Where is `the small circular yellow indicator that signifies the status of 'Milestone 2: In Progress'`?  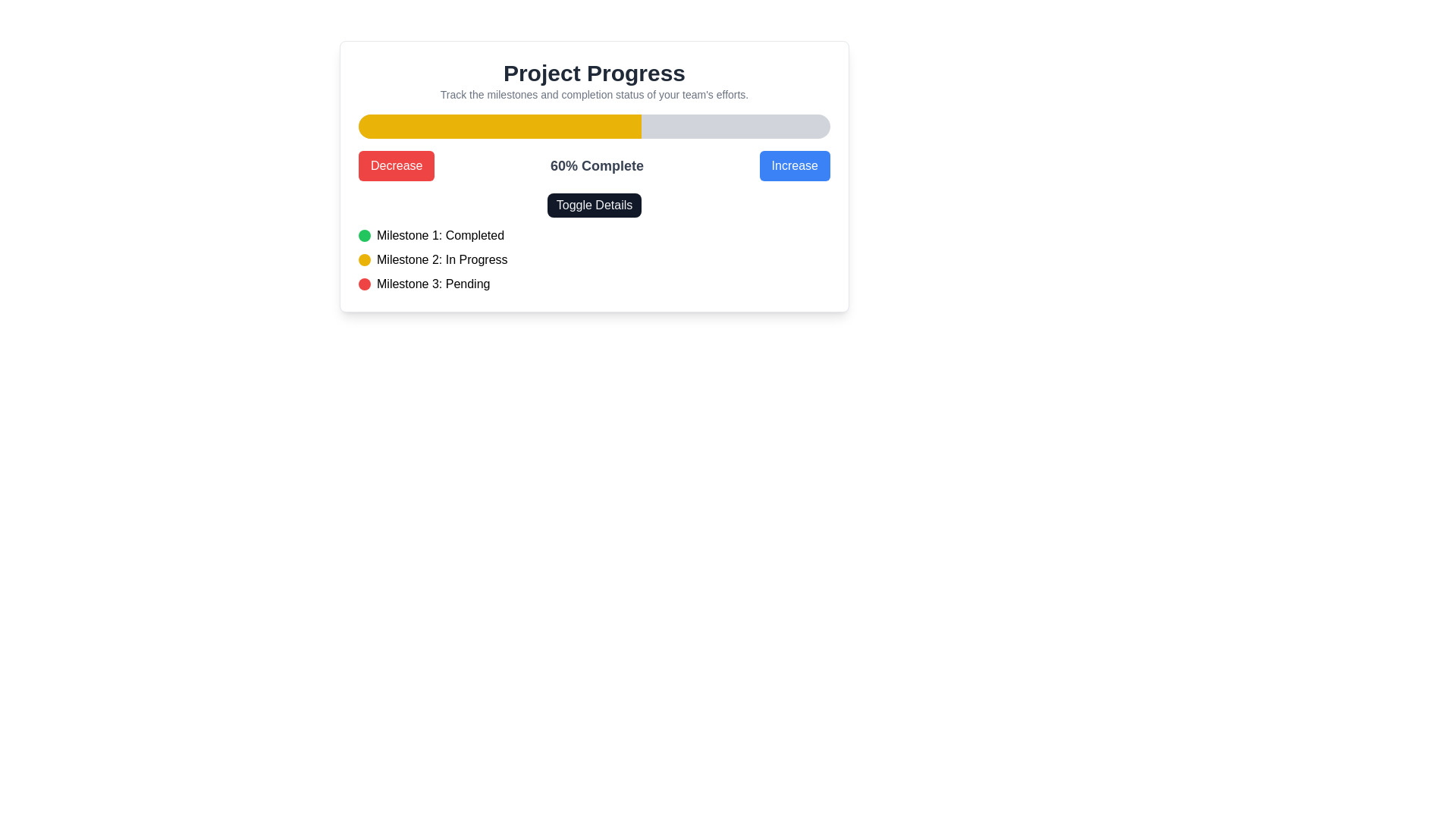
the small circular yellow indicator that signifies the status of 'Milestone 2: In Progress' is located at coordinates (364, 259).